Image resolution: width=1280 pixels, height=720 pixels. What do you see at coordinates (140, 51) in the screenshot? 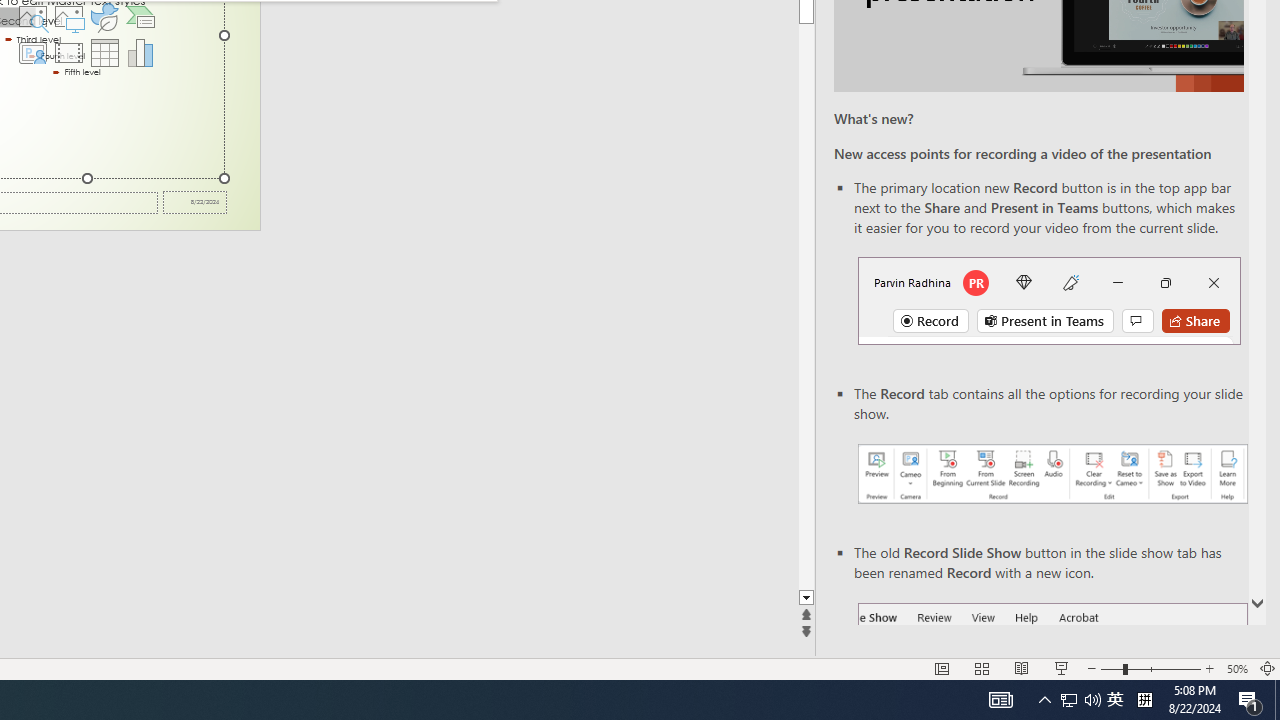
I see `'Insert Chart'` at bounding box center [140, 51].